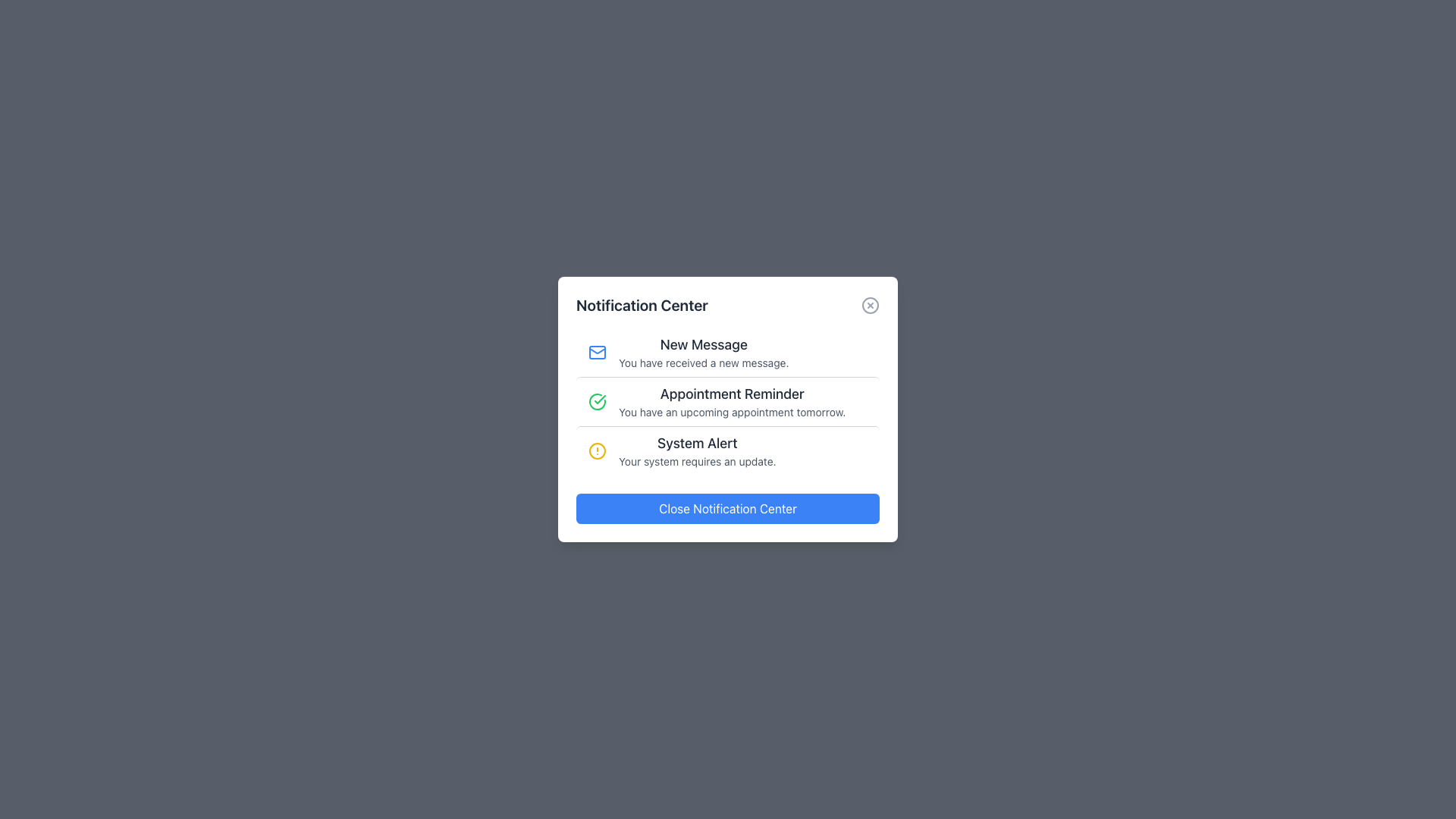 The image size is (1456, 819). What do you see at coordinates (728, 353) in the screenshot?
I see `the 'New Message' notification item in the Notification Center to interact with it` at bounding box center [728, 353].